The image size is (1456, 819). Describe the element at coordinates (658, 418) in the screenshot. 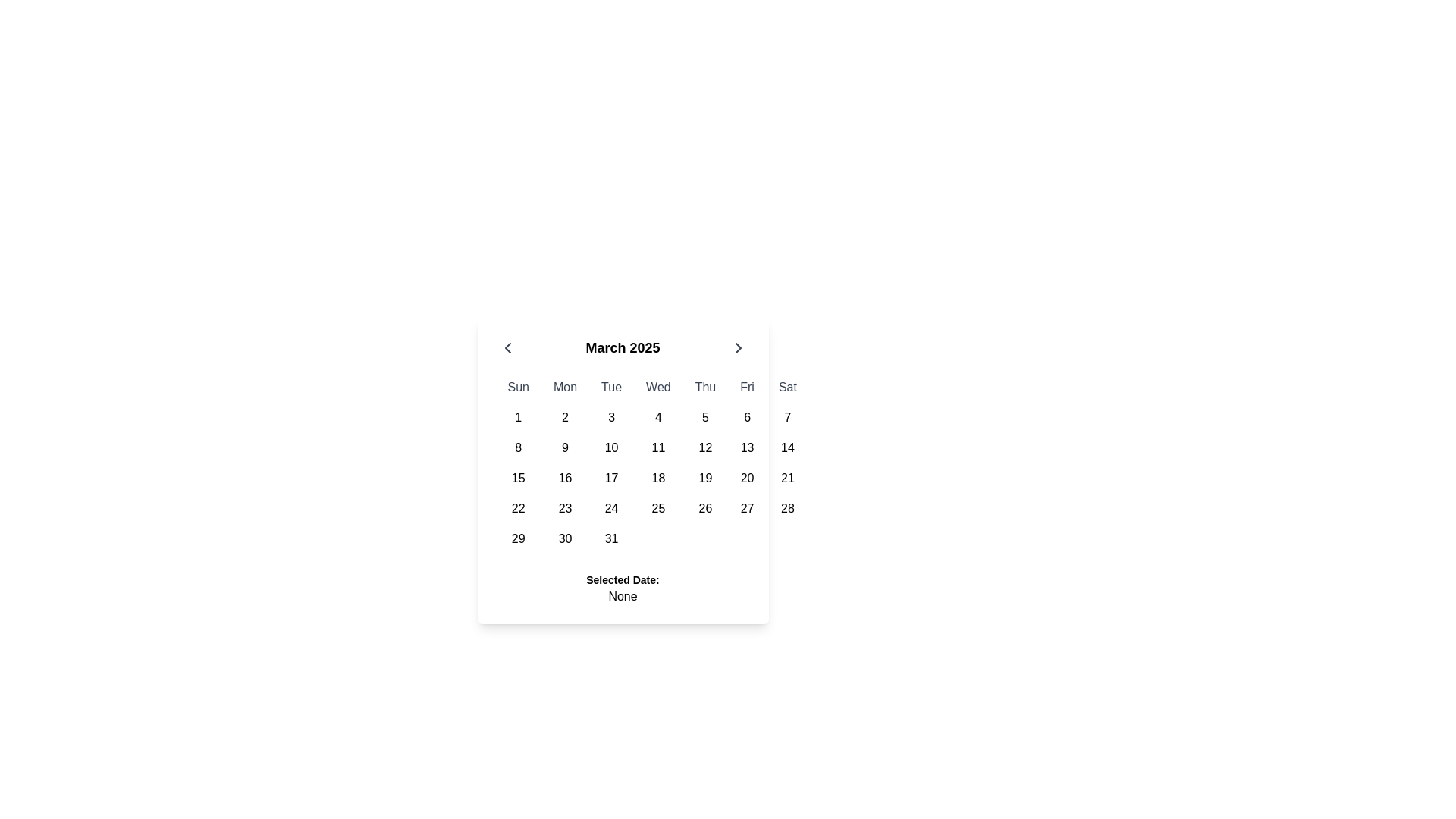

I see `the selectable date option button for the 4th of the current month and year in the calendar interface, located under the 'Wed' column` at that location.